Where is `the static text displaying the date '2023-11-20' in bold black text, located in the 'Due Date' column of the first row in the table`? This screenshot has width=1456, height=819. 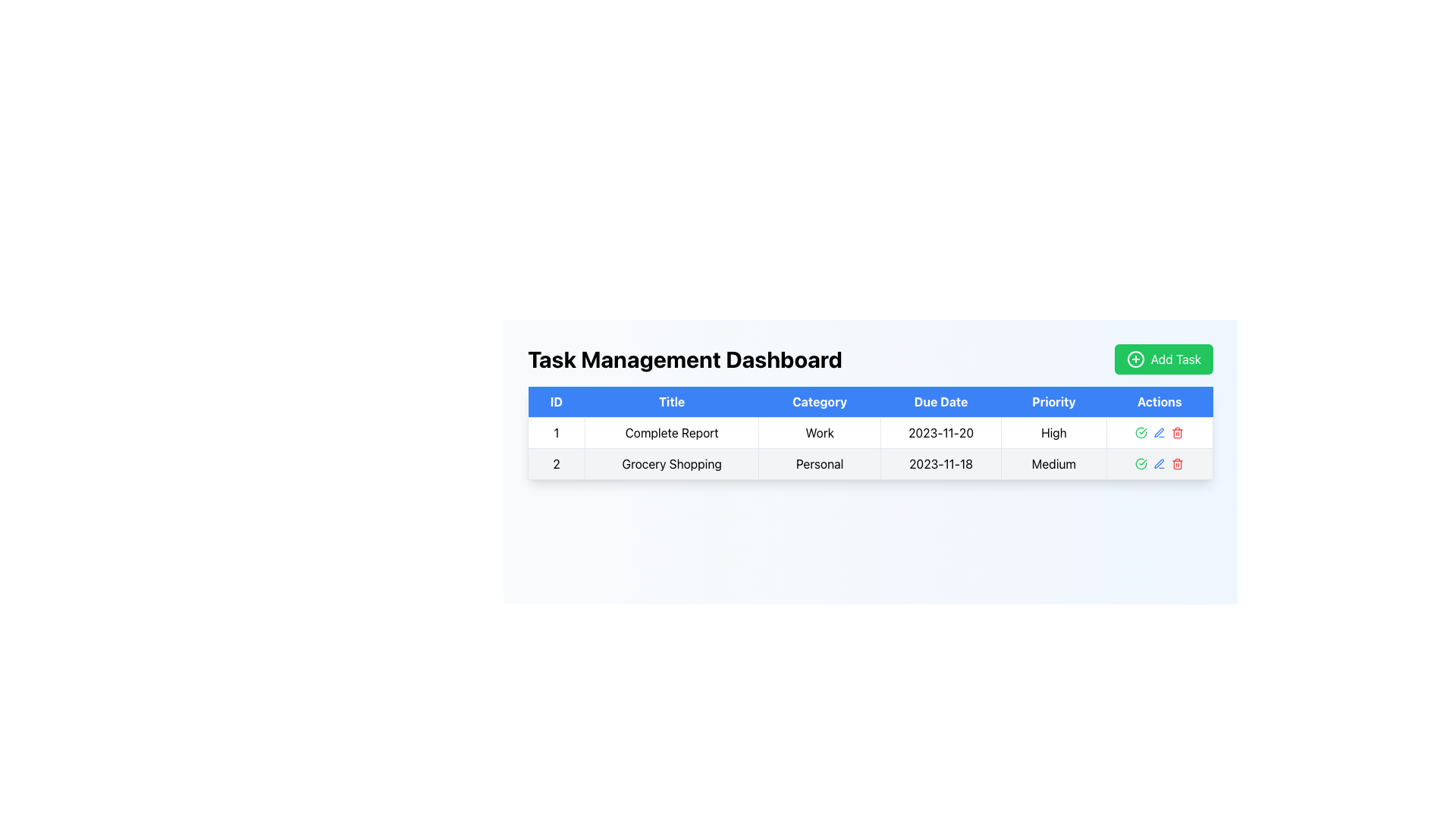 the static text displaying the date '2023-11-20' in bold black text, located in the 'Due Date' column of the first row in the table is located at coordinates (940, 432).